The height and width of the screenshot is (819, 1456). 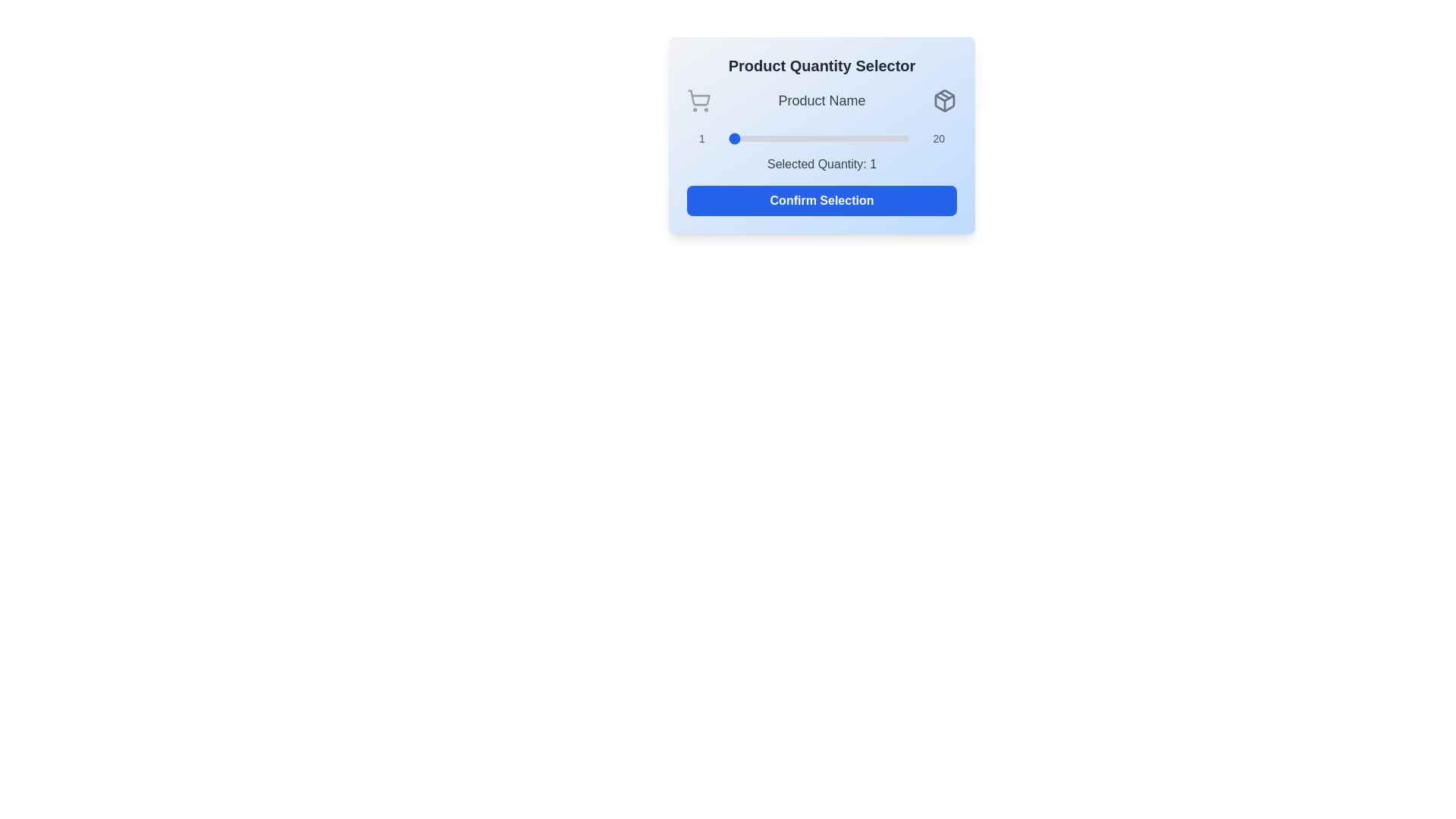 I want to click on the package icon, so click(x=944, y=100).